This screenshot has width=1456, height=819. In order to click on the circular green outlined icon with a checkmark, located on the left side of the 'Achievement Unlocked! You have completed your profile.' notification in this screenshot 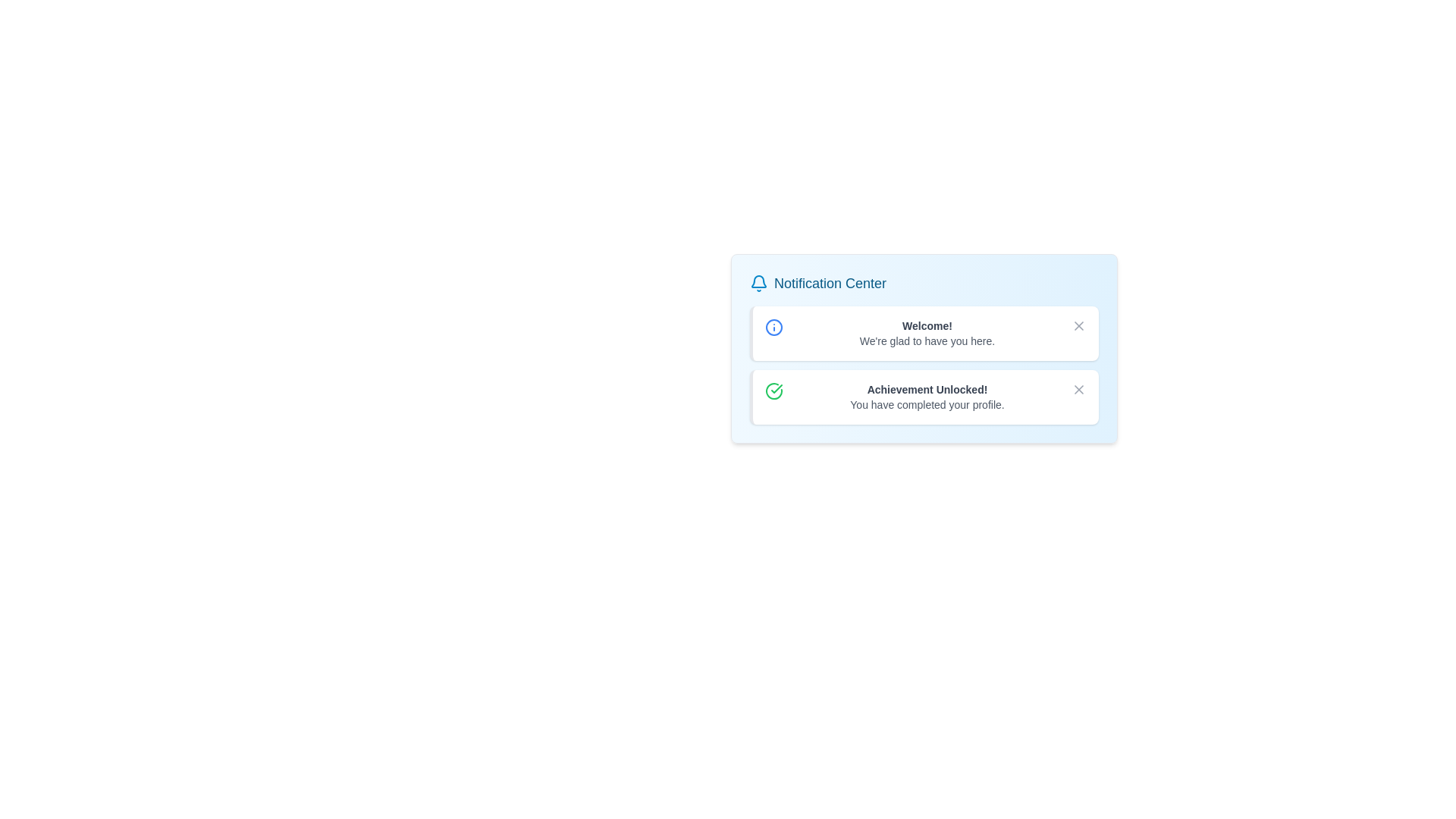, I will do `click(774, 391)`.